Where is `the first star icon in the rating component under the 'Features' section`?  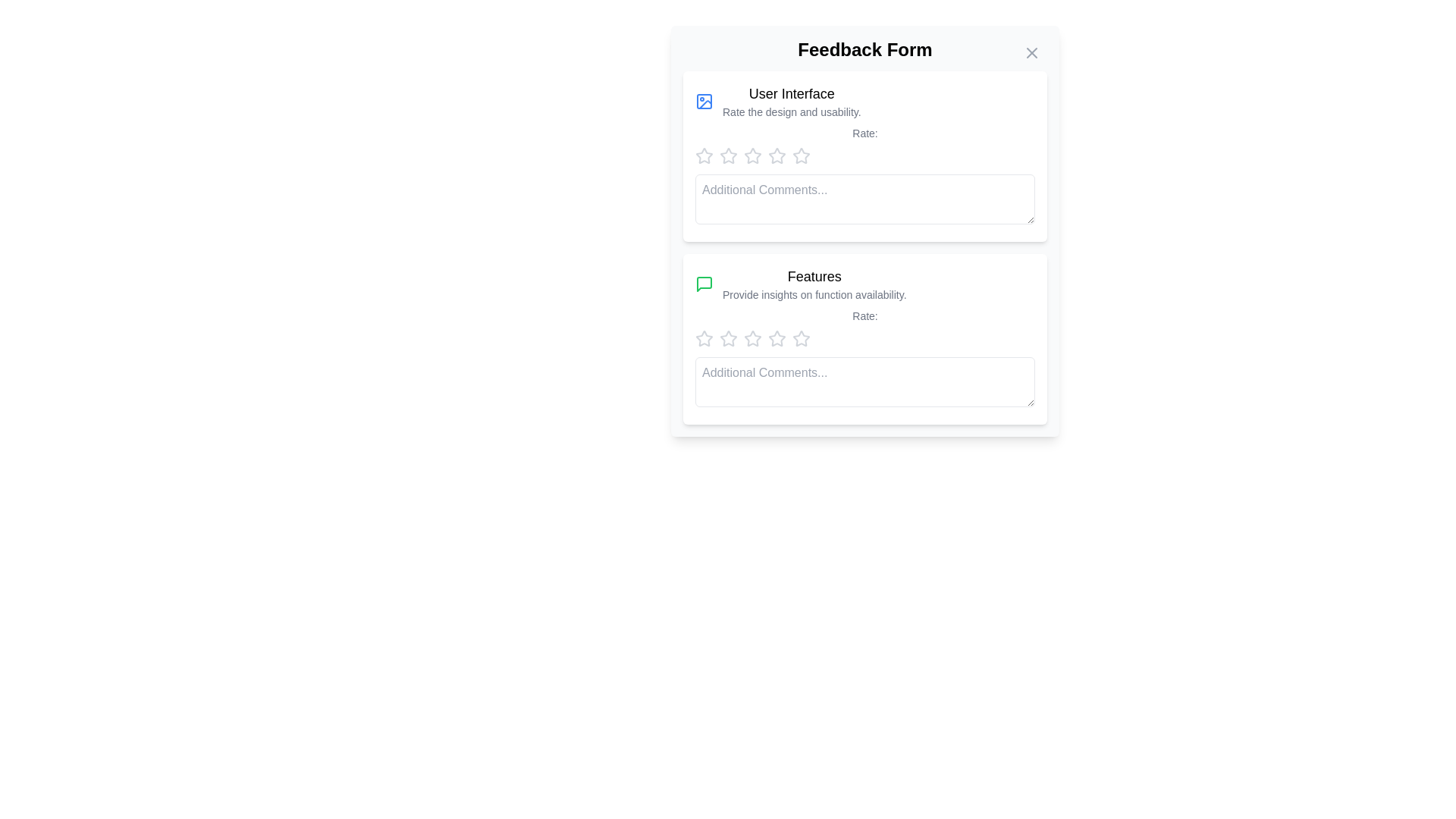 the first star icon in the rating component under the 'Features' section is located at coordinates (704, 337).